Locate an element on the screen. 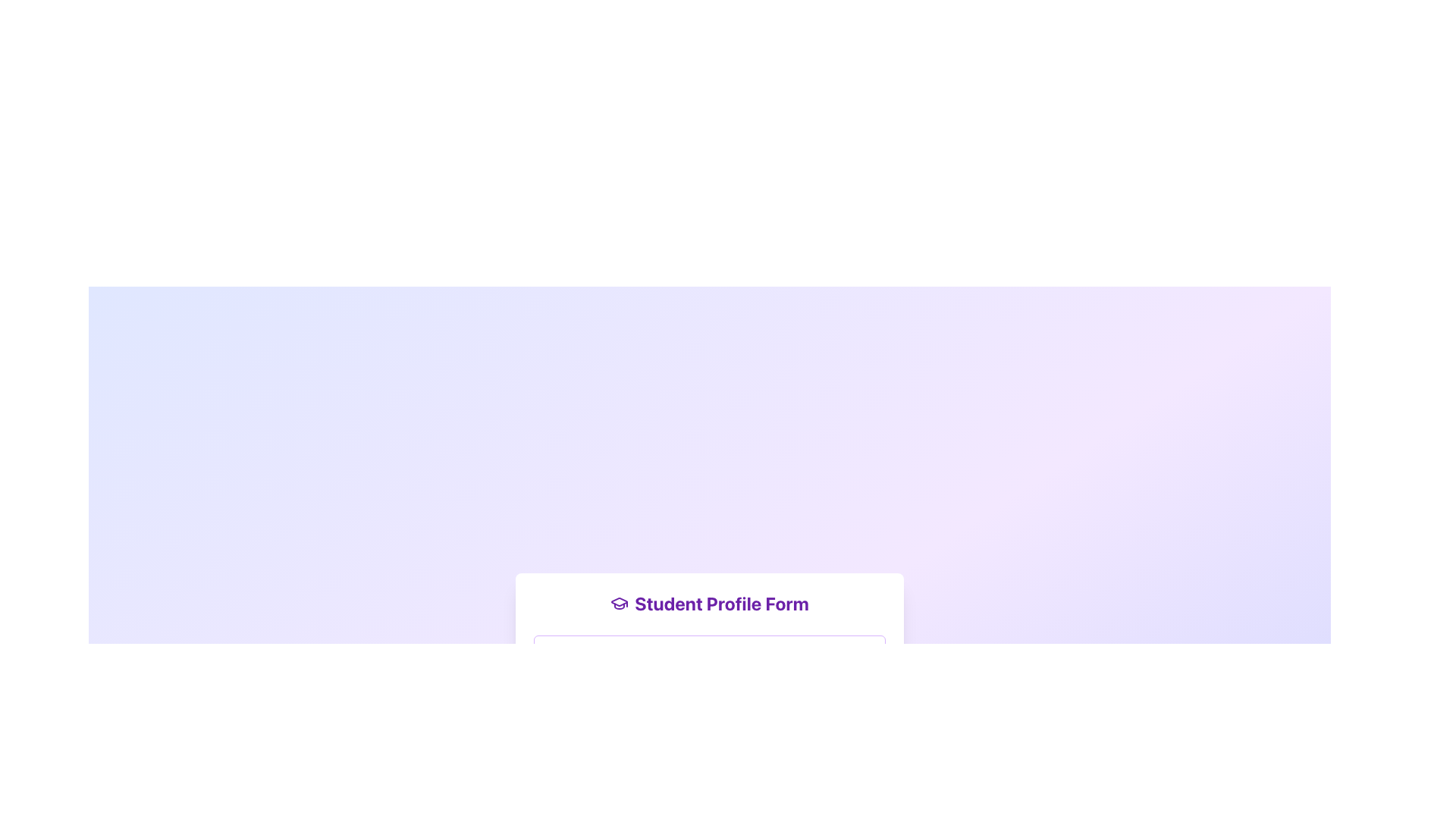 The height and width of the screenshot is (819, 1456). the decorative education icon located to the left of the 'Student Profile Form' heading at the top center of the interface is located at coordinates (620, 602).